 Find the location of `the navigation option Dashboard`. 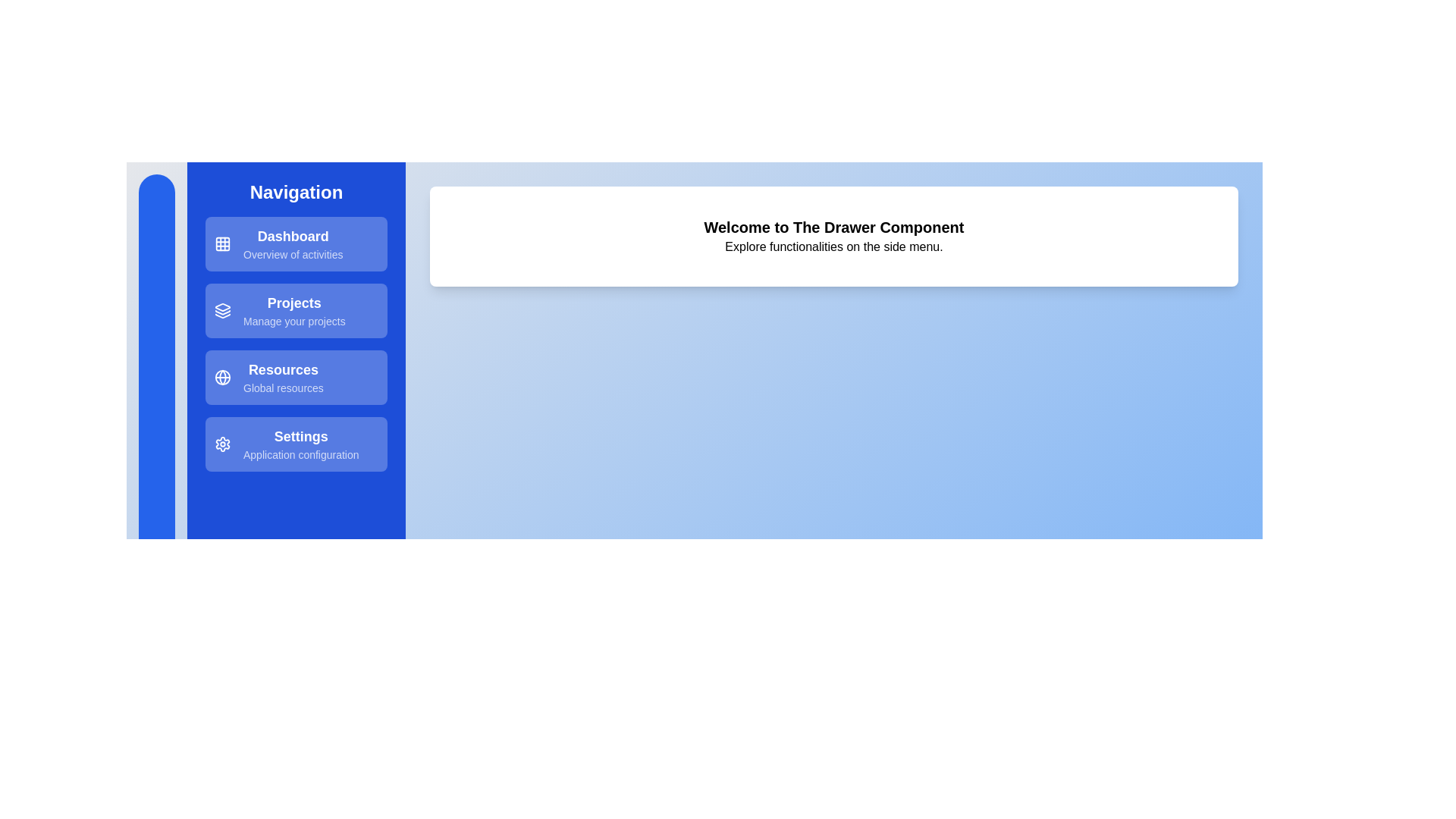

the navigation option Dashboard is located at coordinates (296, 243).